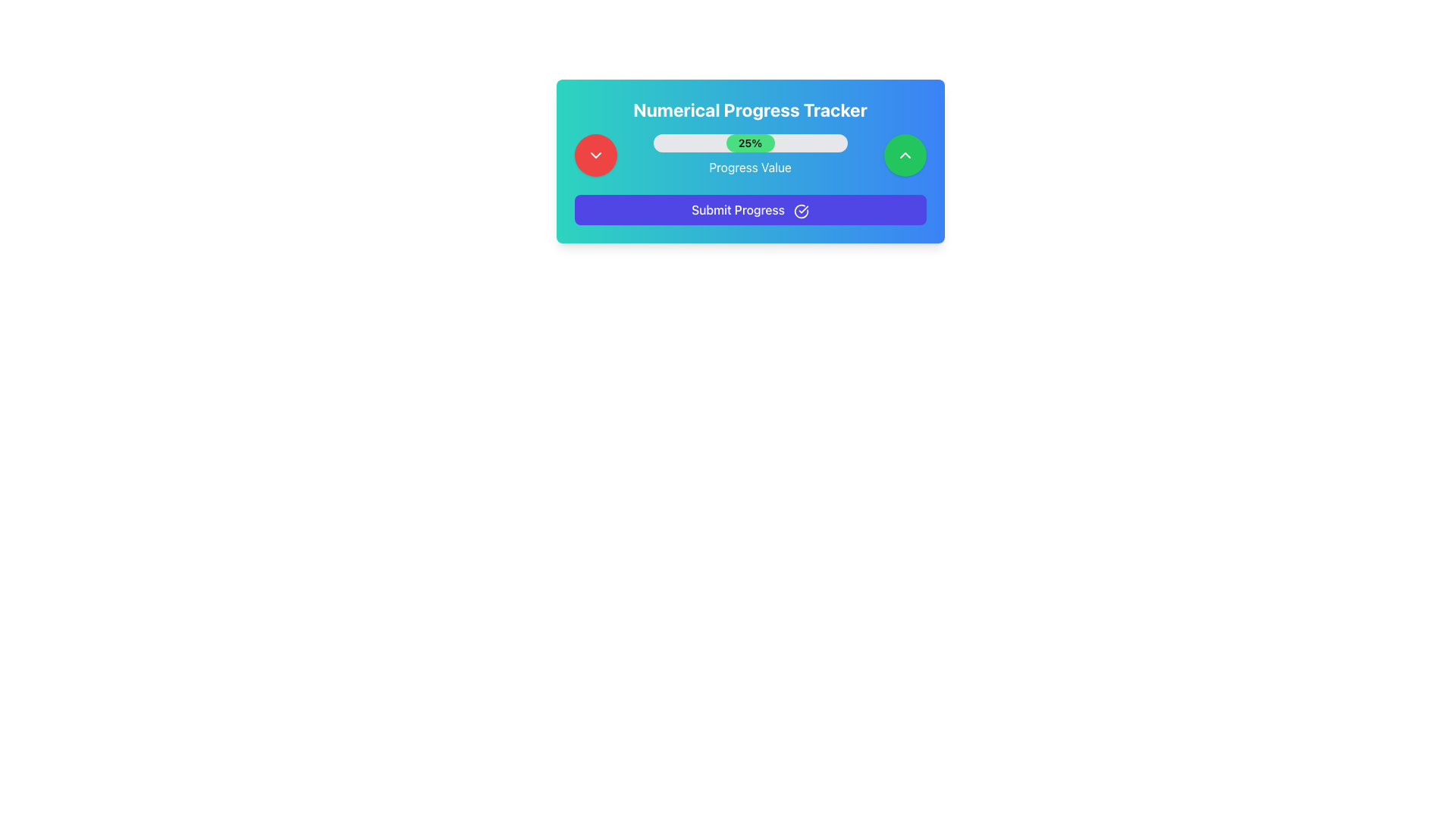  What do you see at coordinates (595, 155) in the screenshot?
I see `the downwards-facing chevron arrow icon with a red circular background located on the left-hand side of the interface` at bounding box center [595, 155].